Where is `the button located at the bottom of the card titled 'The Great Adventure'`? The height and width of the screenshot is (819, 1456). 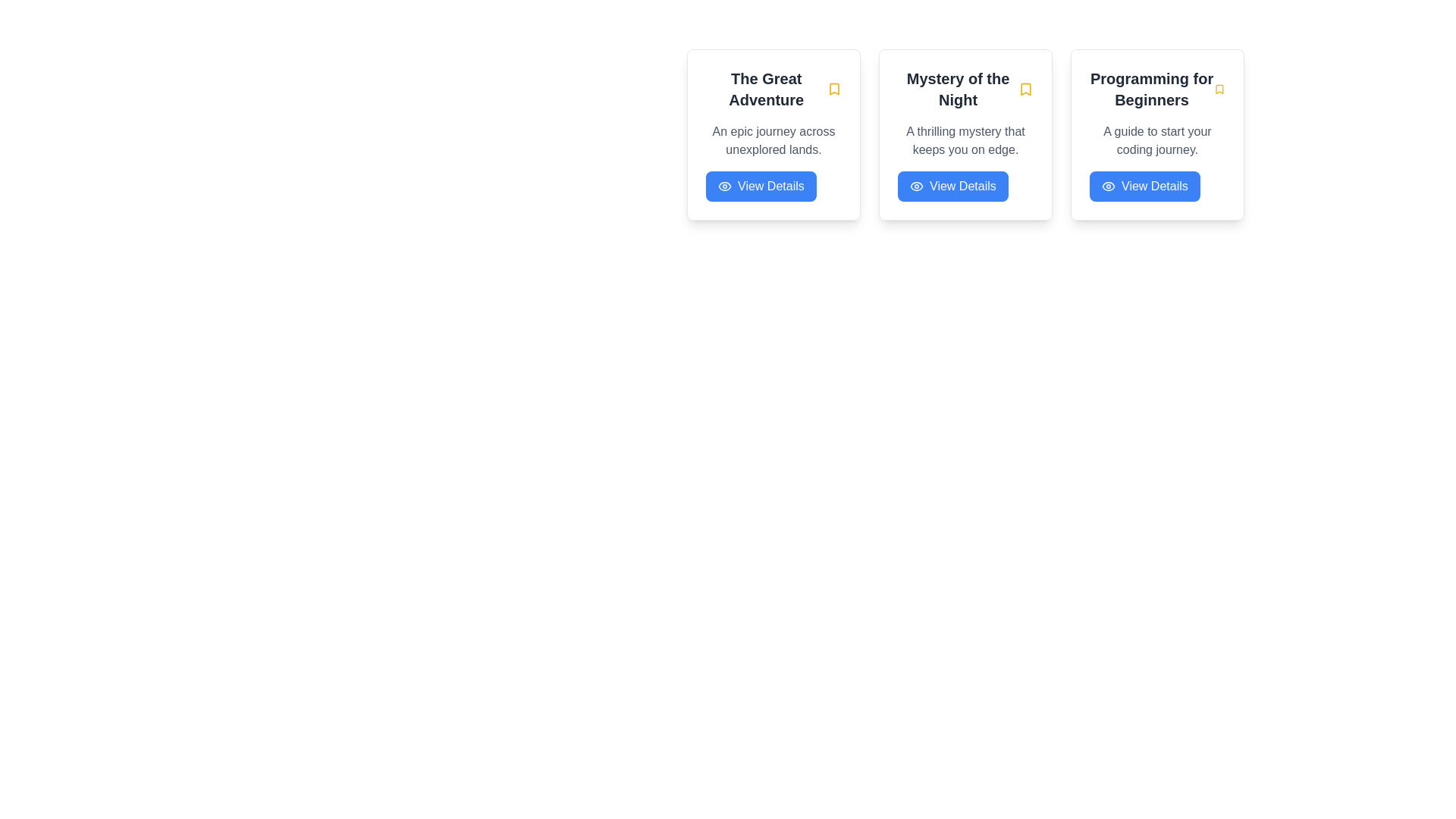
the button located at the bottom of the card titled 'The Great Adventure' is located at coordinates (761, 186).